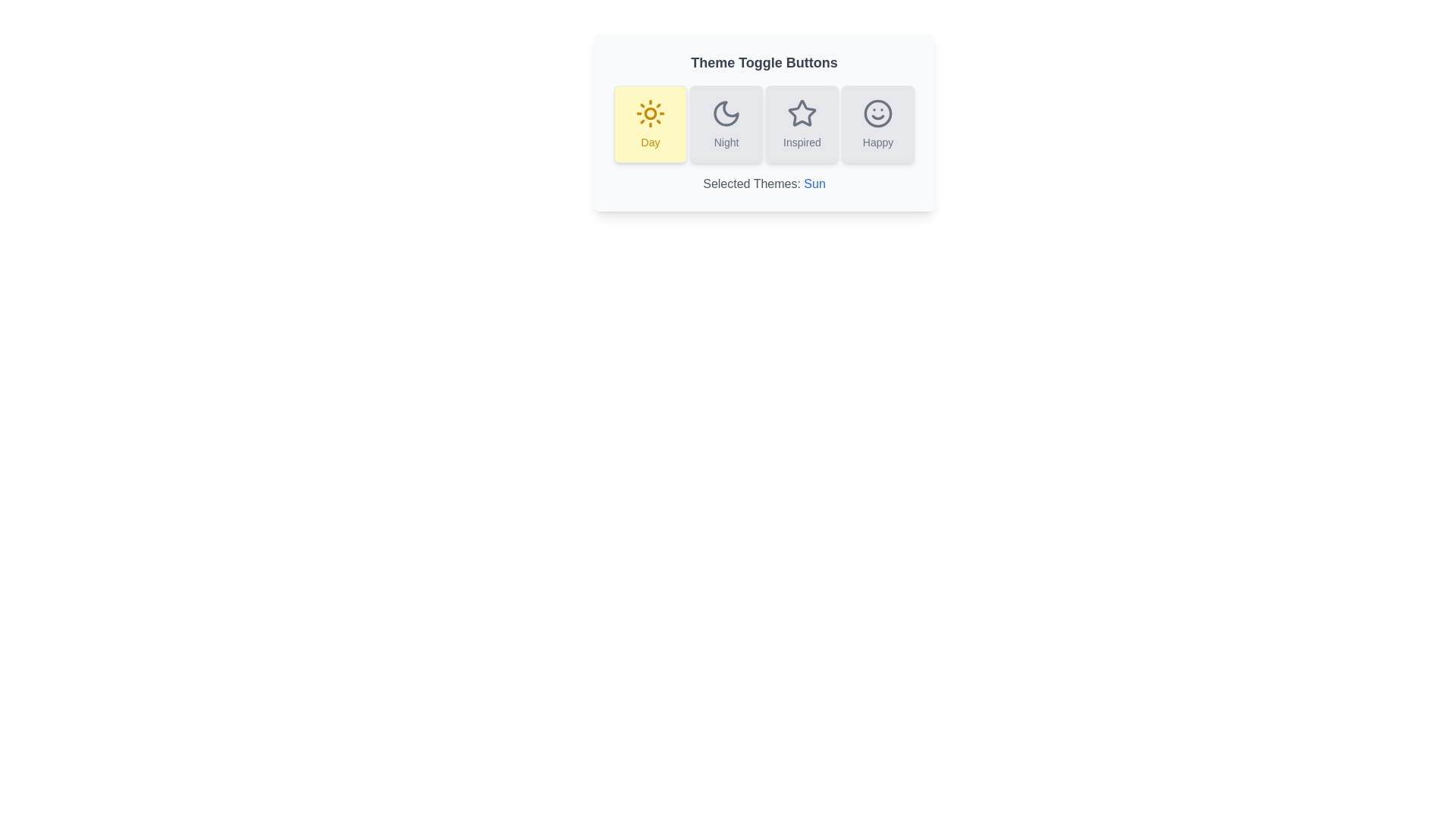 The image size is (1456, 819). I want to click on the text display element labeled 'Selected Themes:' which shows the value 'Sun' in blue, located below the theme toggle buttons, so click(764, 184).